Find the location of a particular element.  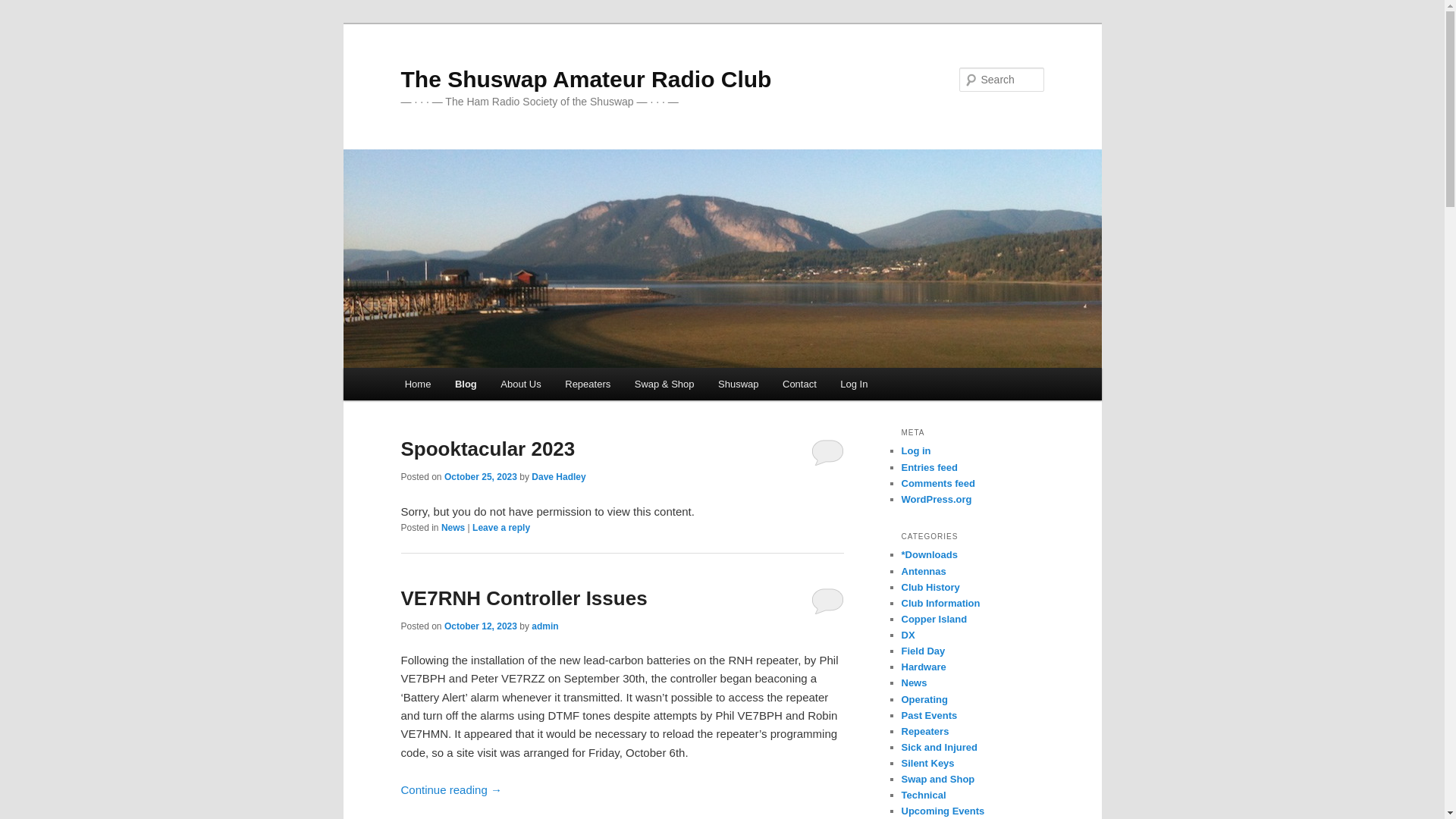

'Hardware' is located at coordinates (901, 666).